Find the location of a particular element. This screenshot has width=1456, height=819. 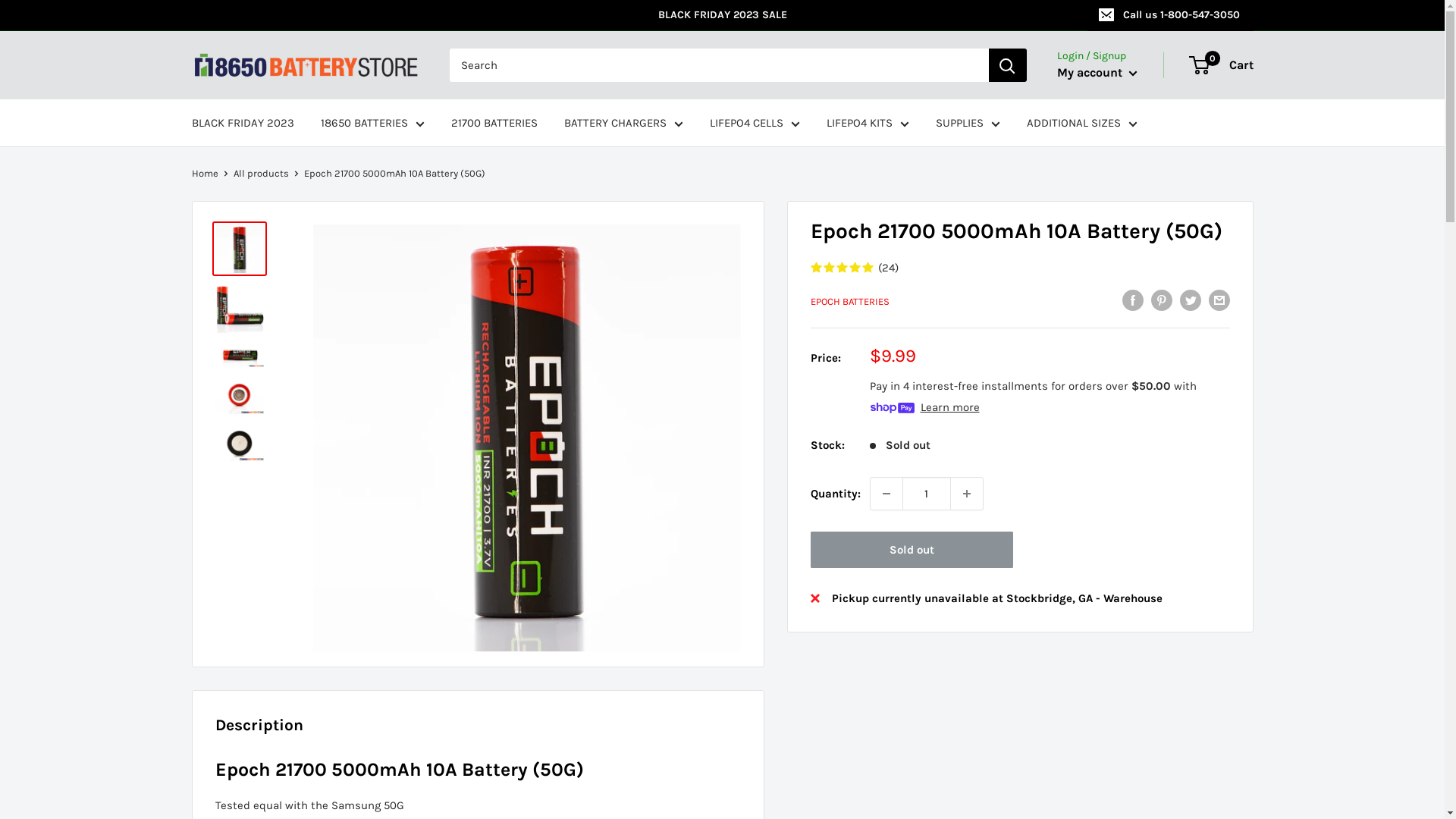

'BLACK FRIDAY 2023' is located at coordinates (241, 122).